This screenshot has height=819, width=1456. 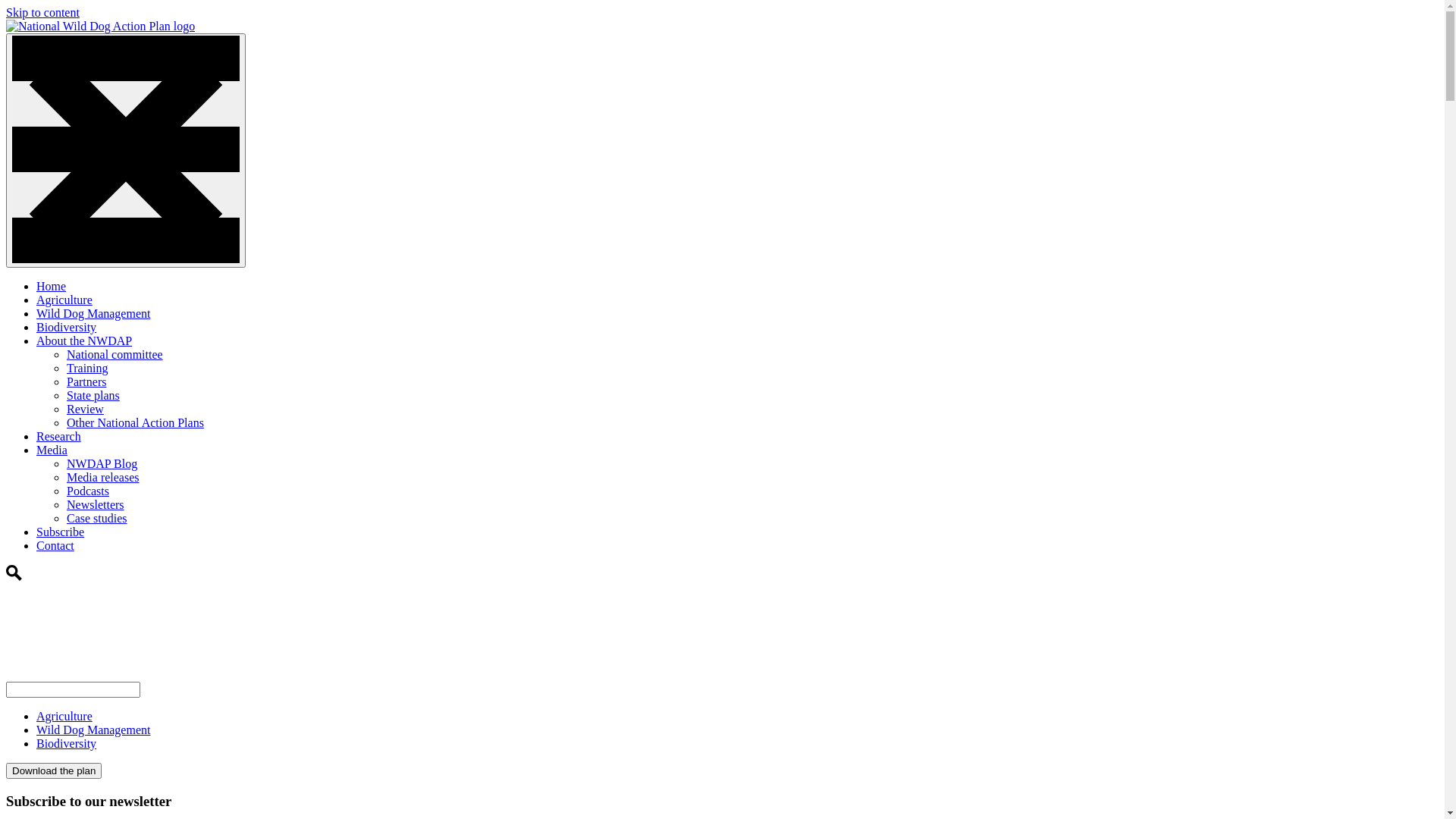 What do you see at coordinates (96, 517) in the screenshot?
I see `'Case studies'` at bounding box center [96, 517].